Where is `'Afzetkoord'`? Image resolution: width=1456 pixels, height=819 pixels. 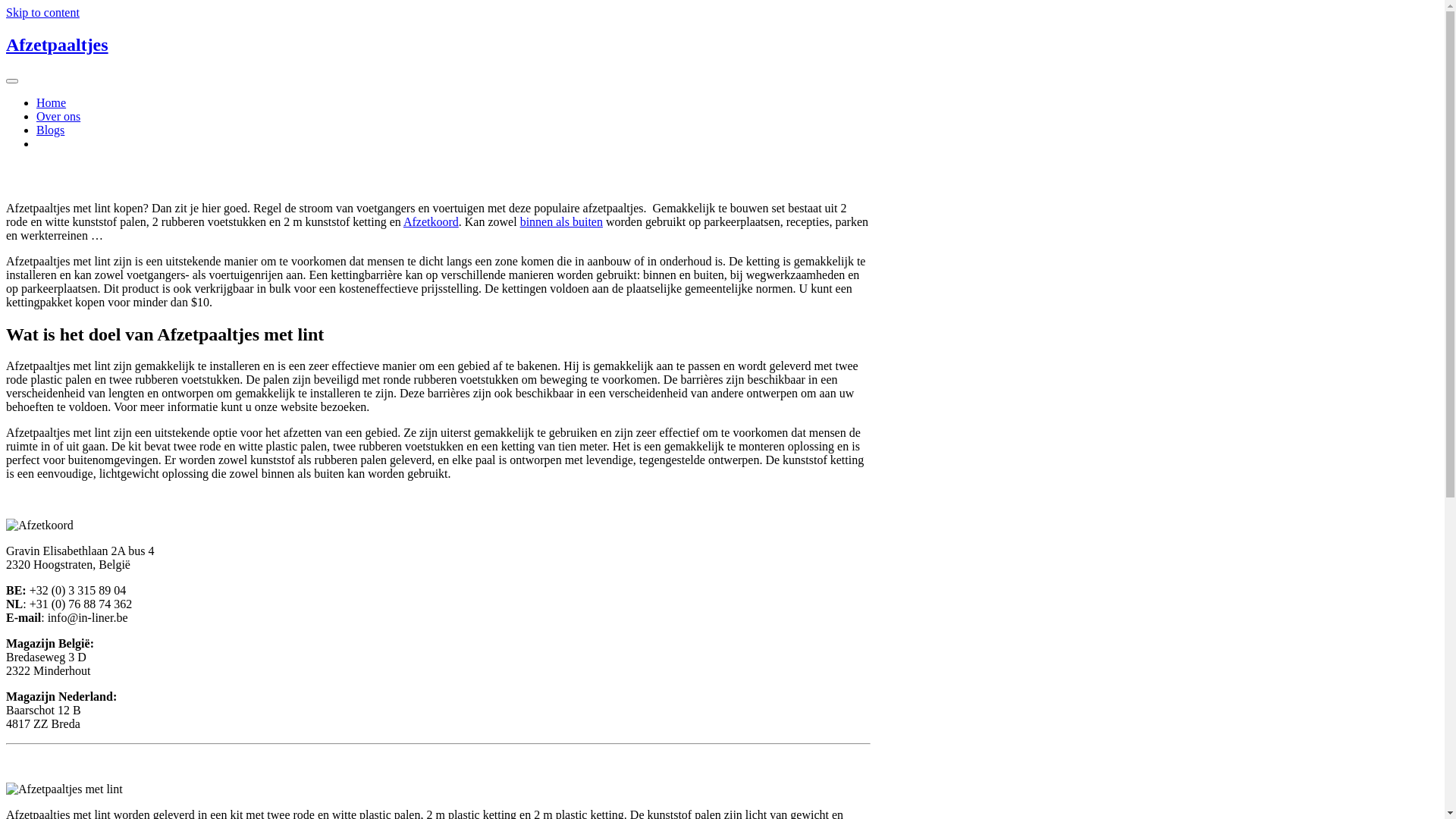
'Afzetkoord' is located at coordinates (403, 221).